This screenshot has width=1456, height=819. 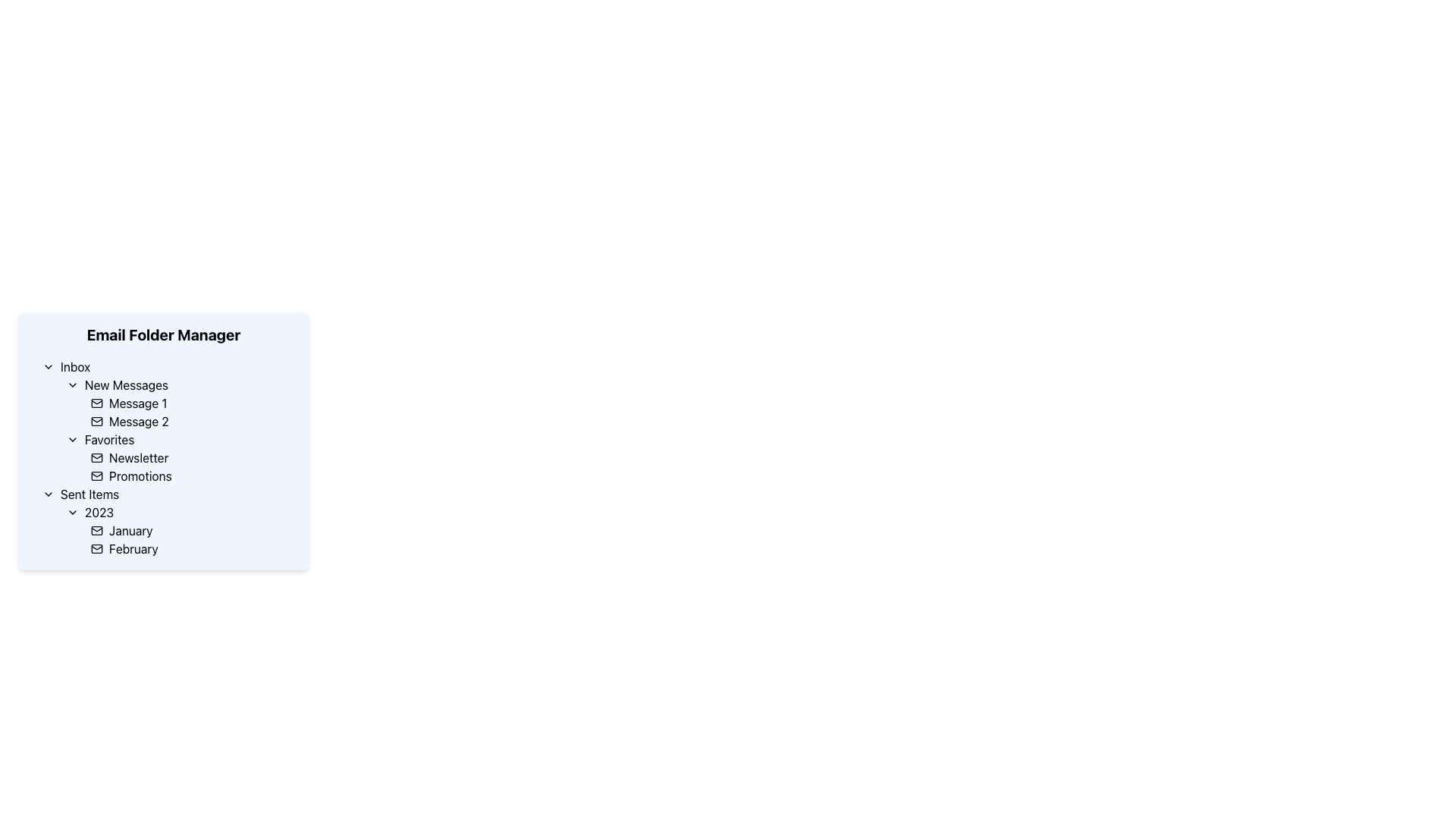 What do you see at coordinates (96, 457) in the screenshot?
I see `the 'Newsletter' folder SVG icon in the 'Favorites' section of the email manager interface` at bounding box center [96, 457].